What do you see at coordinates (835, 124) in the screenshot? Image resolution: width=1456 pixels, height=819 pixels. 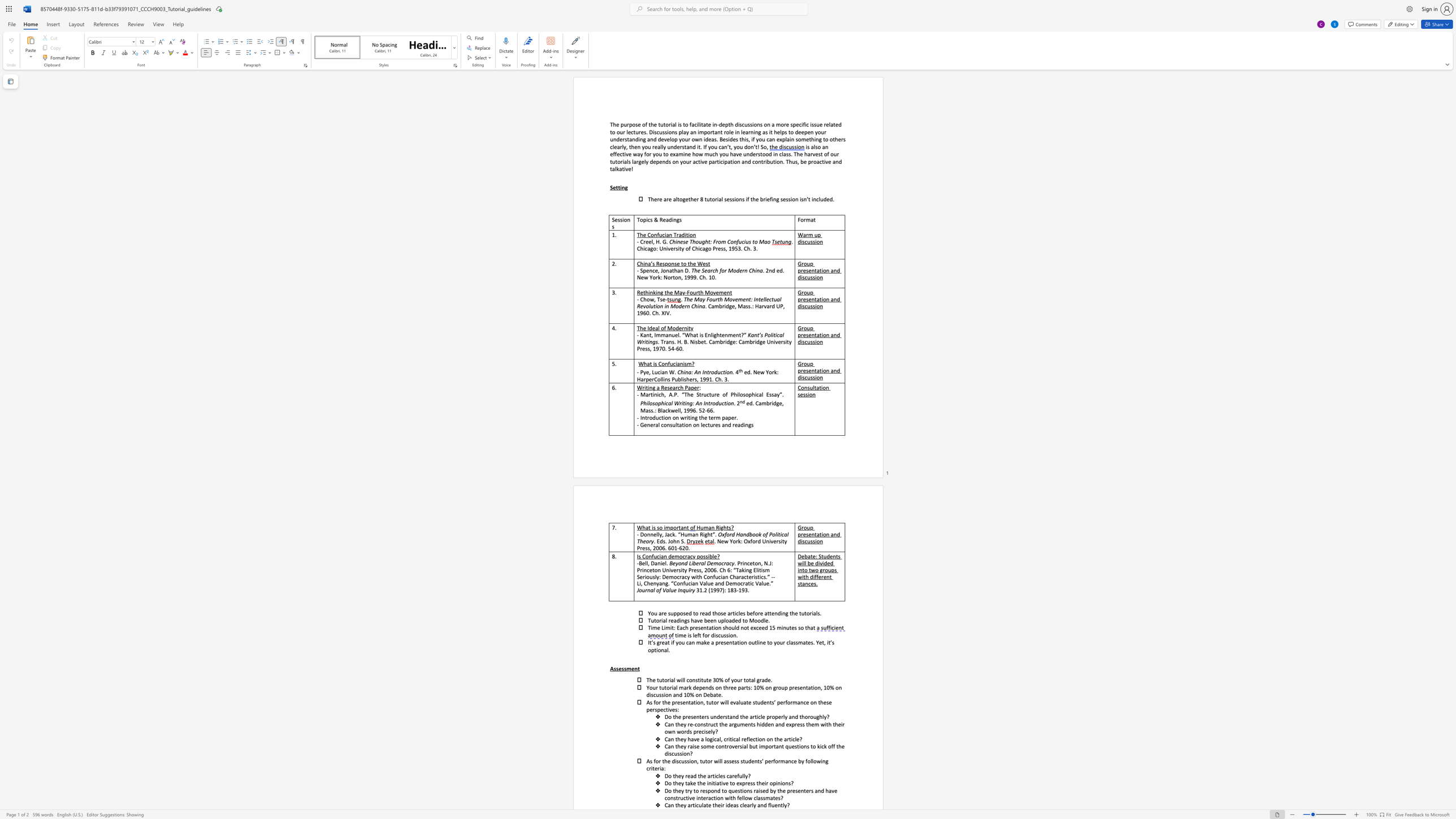 I see `the subset text "ed" within the text "in-depth discussions on a more specific issue related to our lectures. Discussions play"` at bounding box center [835, 124].